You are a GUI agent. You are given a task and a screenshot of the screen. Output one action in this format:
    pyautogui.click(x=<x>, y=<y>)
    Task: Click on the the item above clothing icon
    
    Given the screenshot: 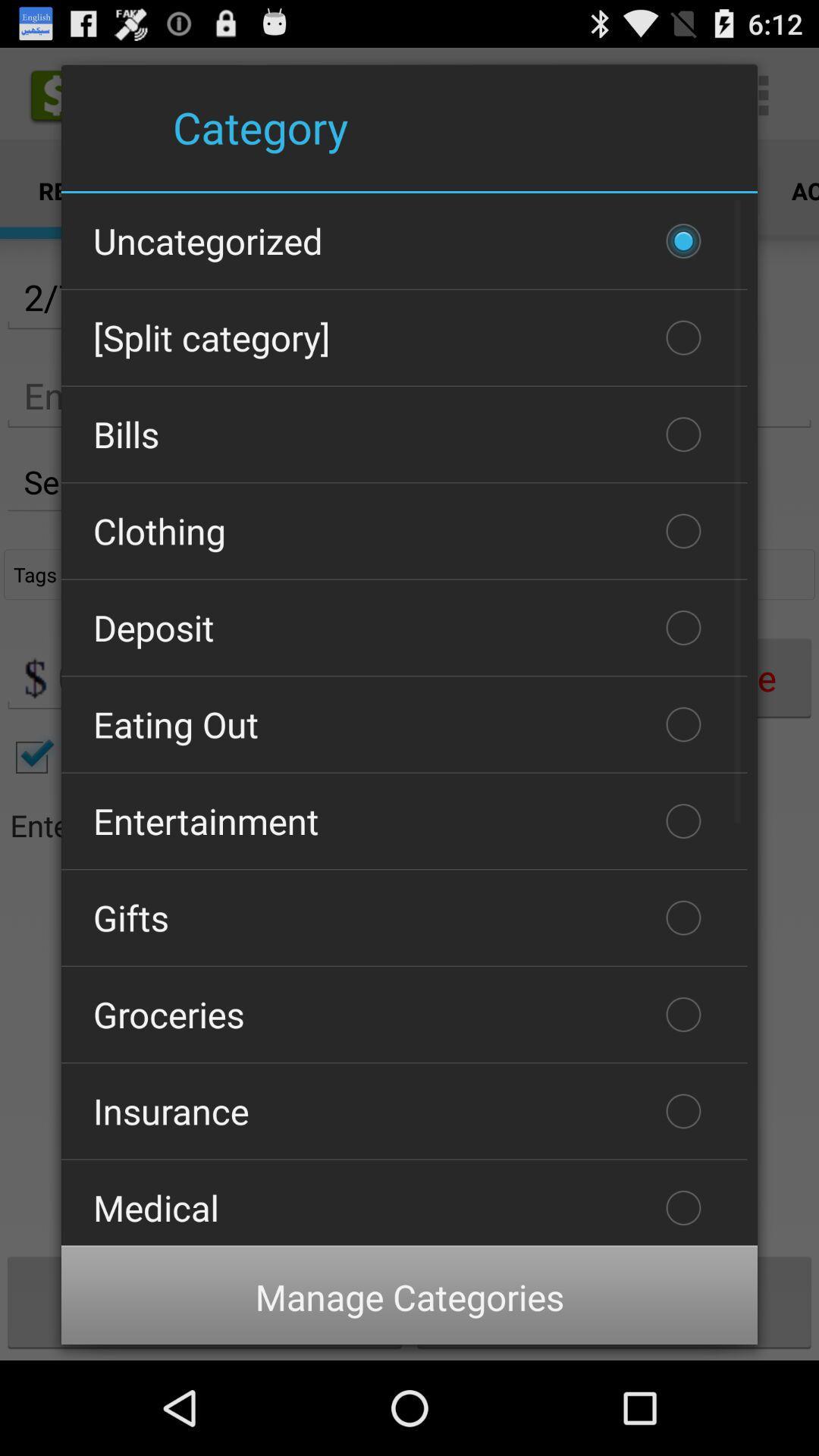 What is the action you would take?
    pyautogui.click(x=403, y=433)
    